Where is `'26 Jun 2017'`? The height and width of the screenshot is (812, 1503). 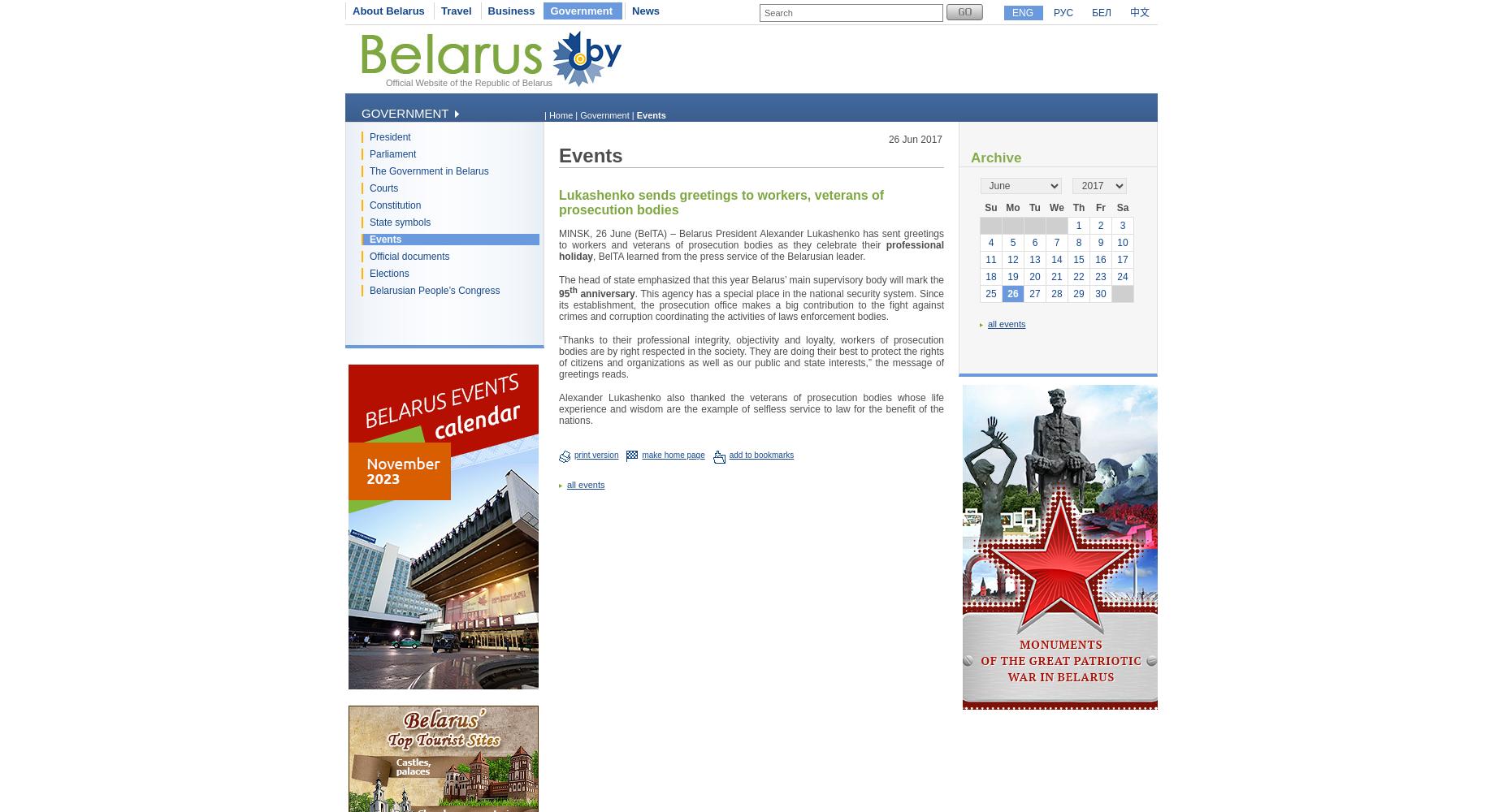 '26 Jun 2017' is located at coordinates (914, 140).